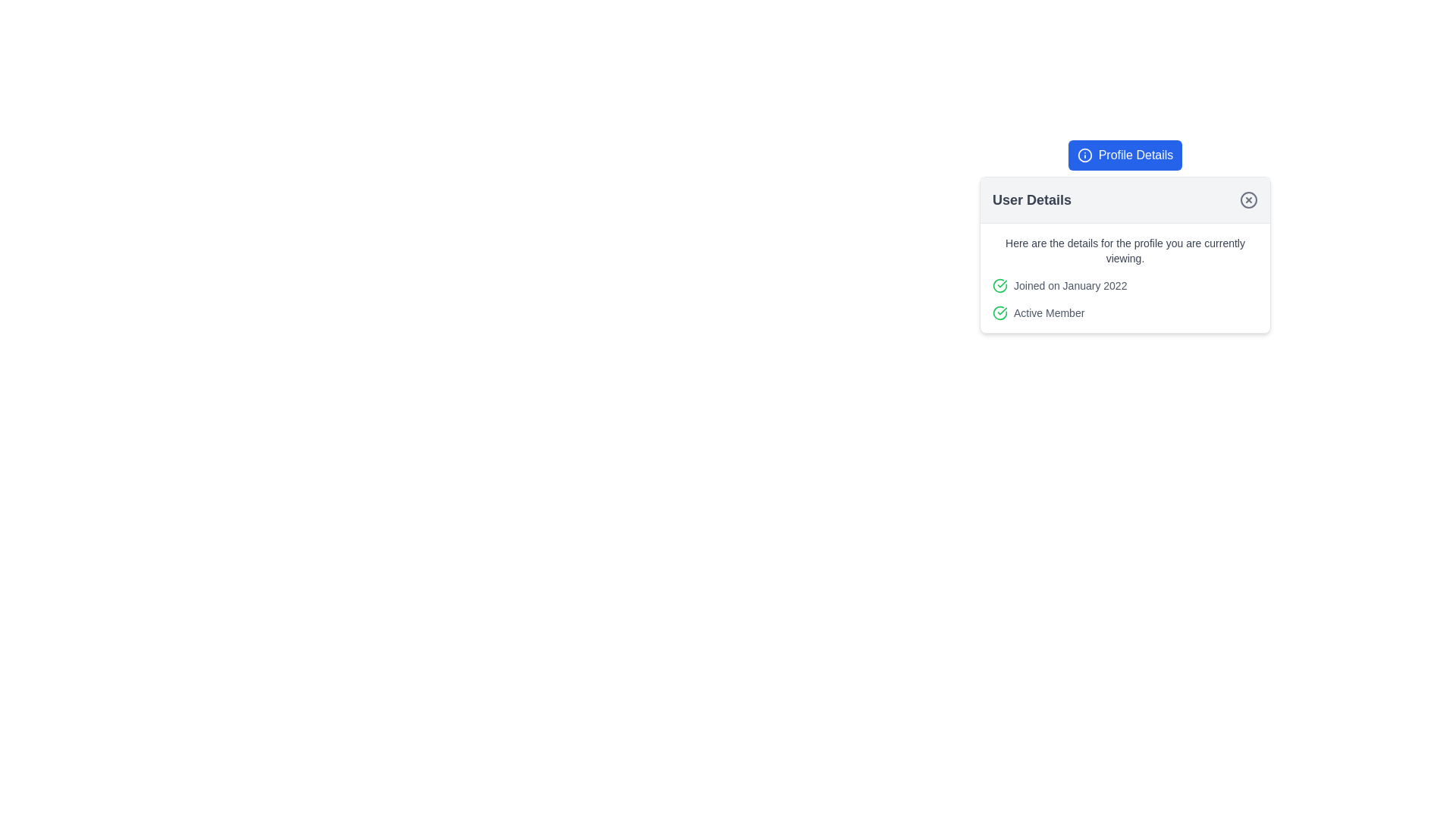  I want to click on the static text header located at the top of the modal, aligned to the left side, indicating the content of the page below, so click(1031, 199).